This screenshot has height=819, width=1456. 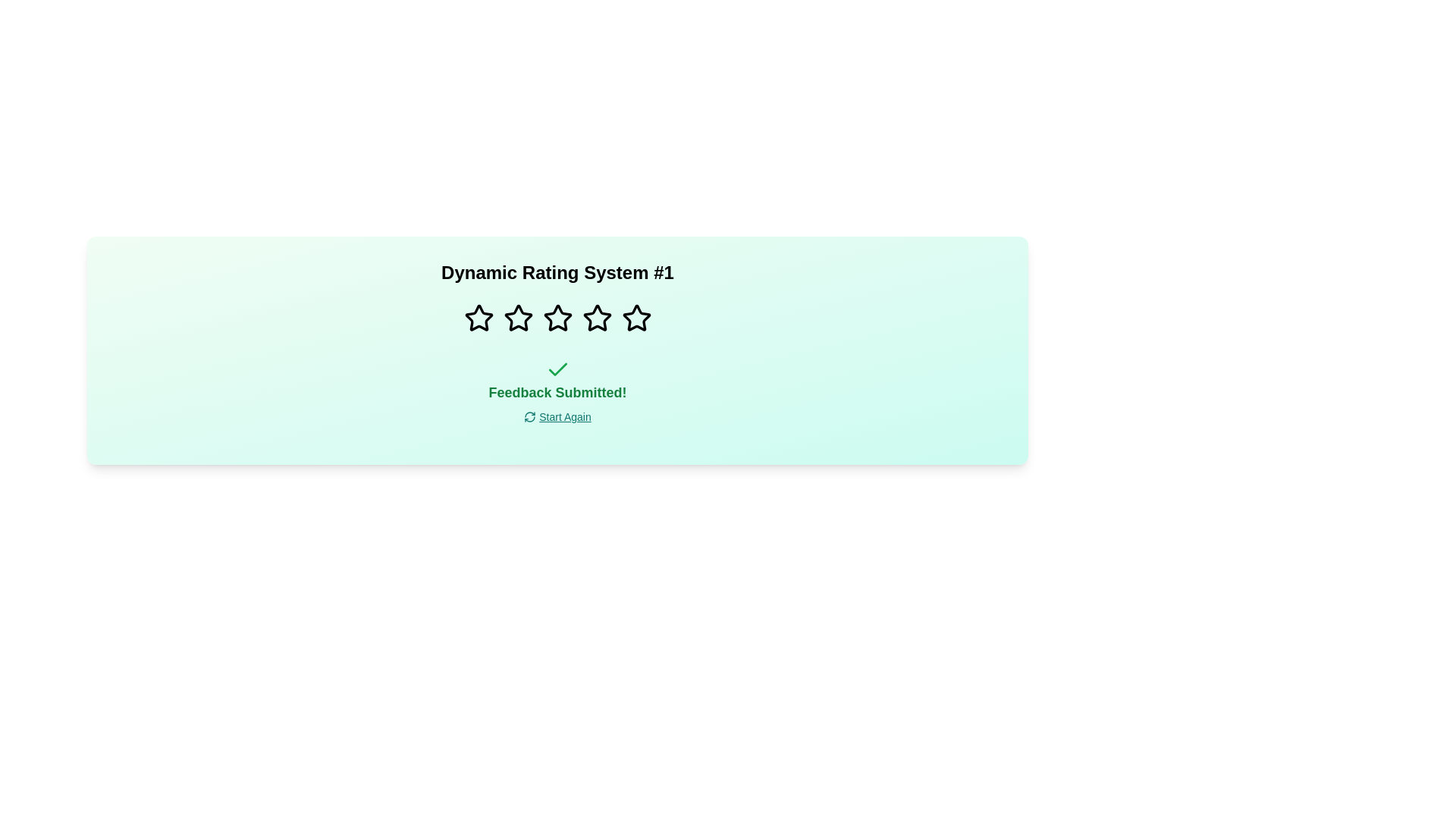 I want to click on the third star, so click(x=596, y=317).